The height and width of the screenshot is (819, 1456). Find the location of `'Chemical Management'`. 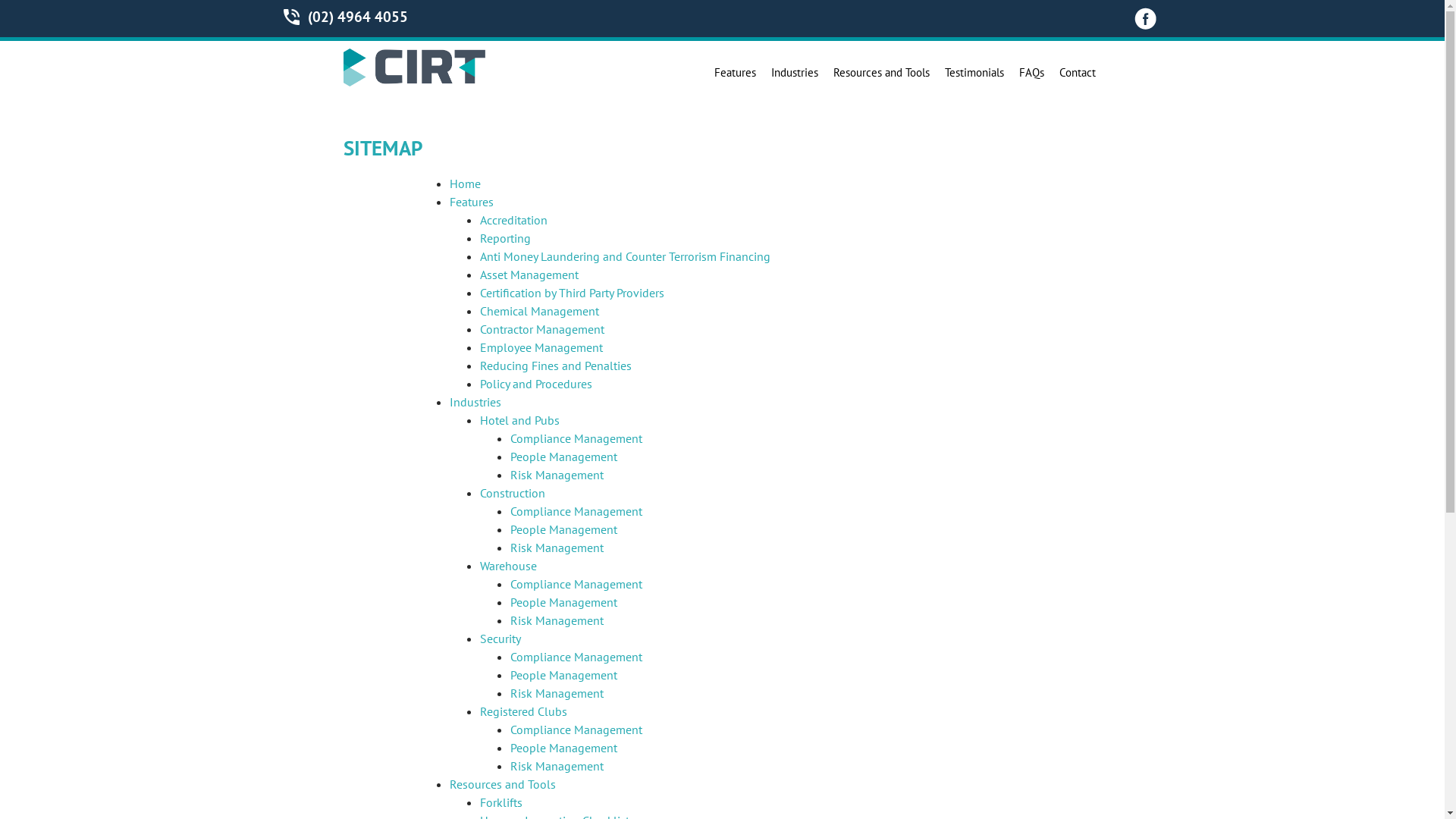

'Chemical Management' is located at coordinates (538, 309).